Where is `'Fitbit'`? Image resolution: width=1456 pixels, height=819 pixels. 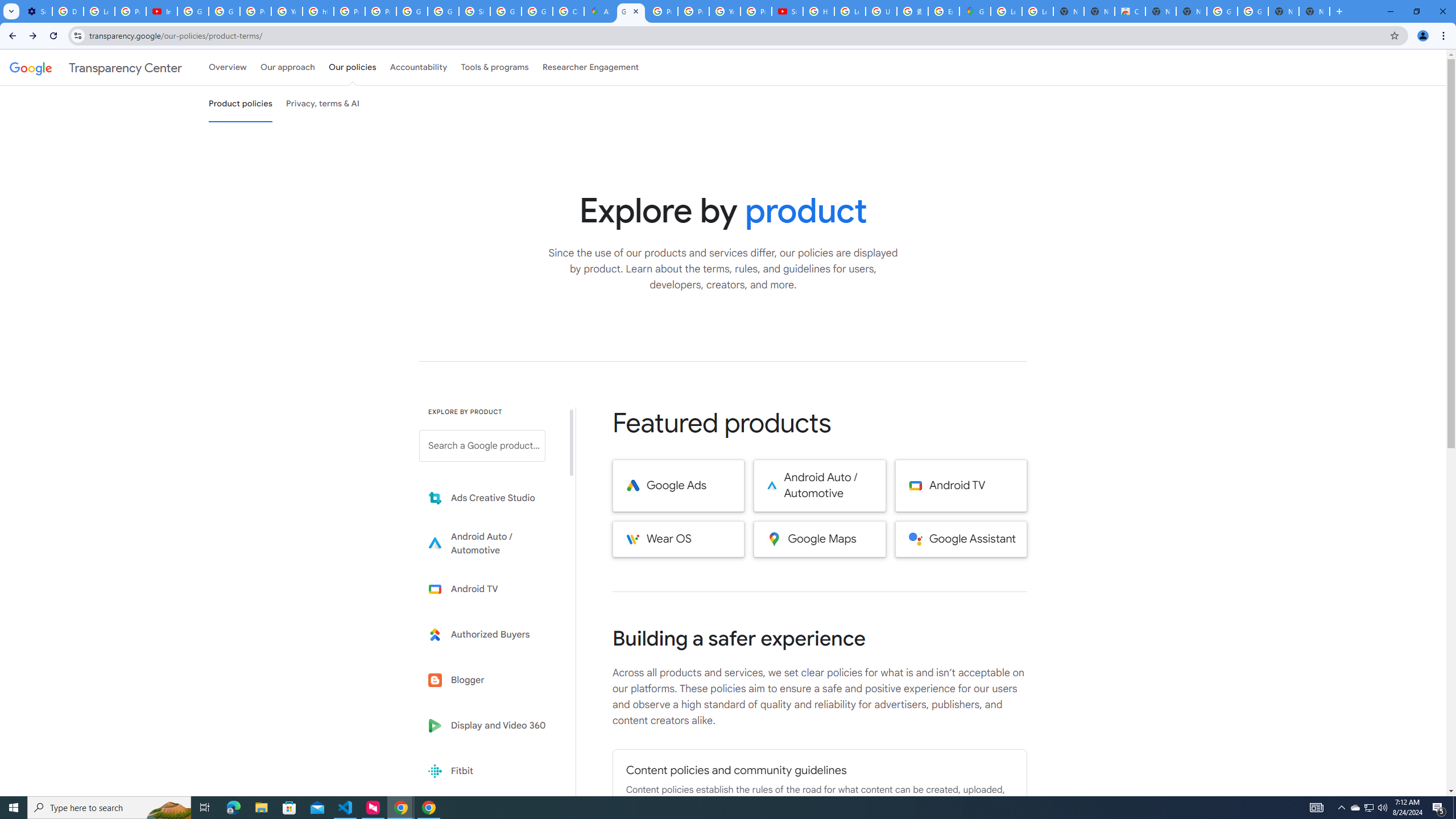
'Fitbit' is located at coordinates (490, 771).